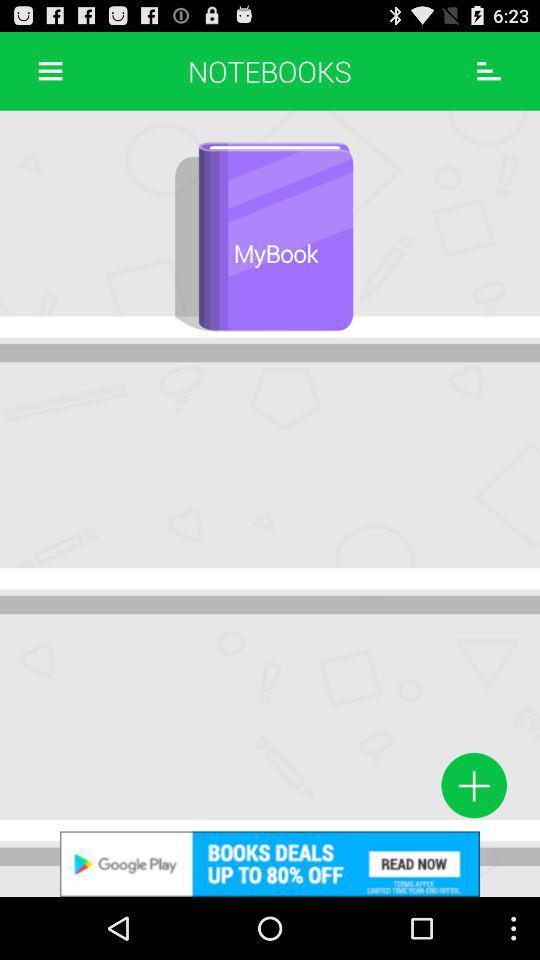  I want to click on the filter_list icon, so click(488, 75).